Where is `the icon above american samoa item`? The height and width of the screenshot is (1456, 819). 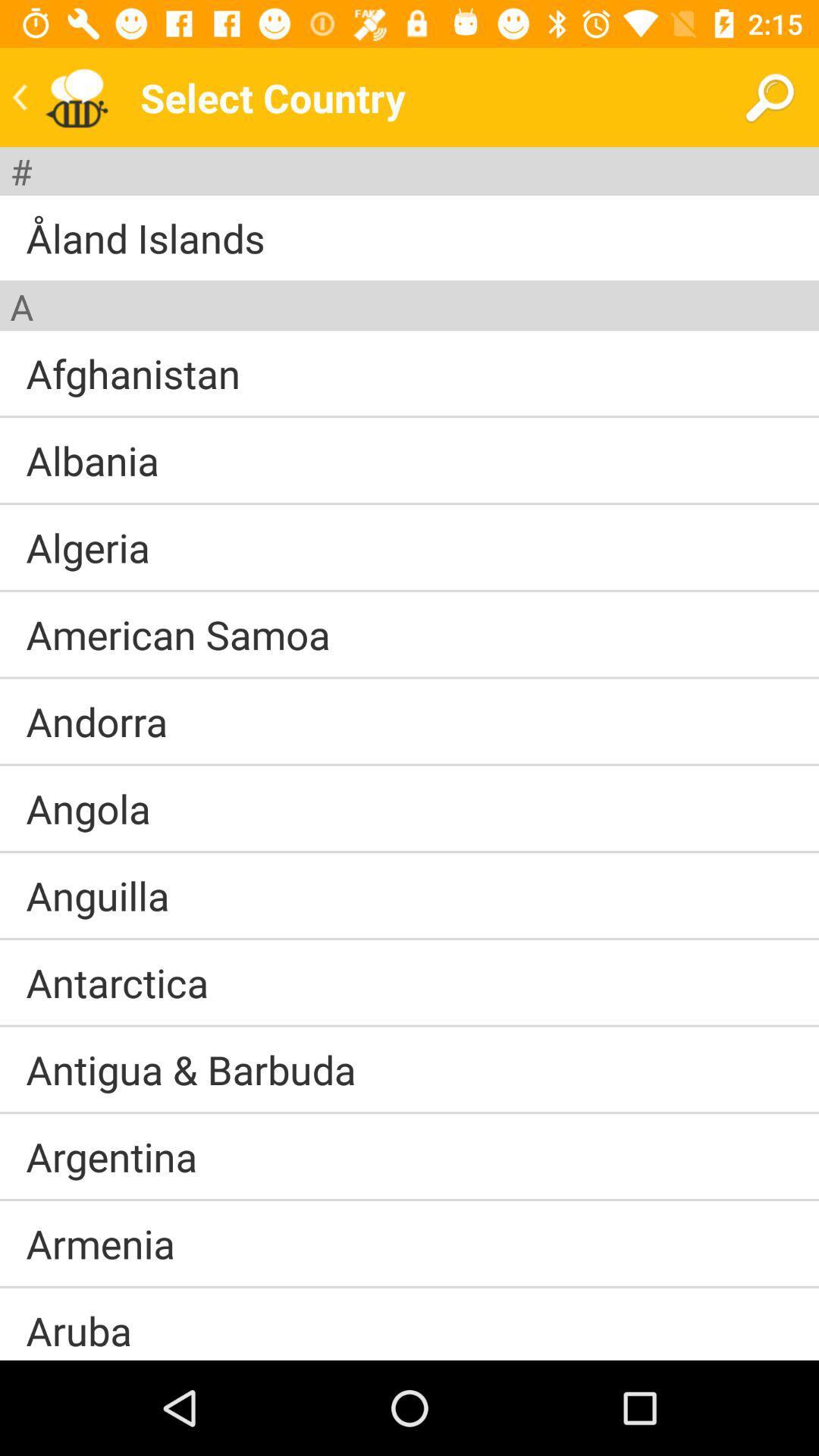
the icon above american samoa item is located at coordinates (409, 590).